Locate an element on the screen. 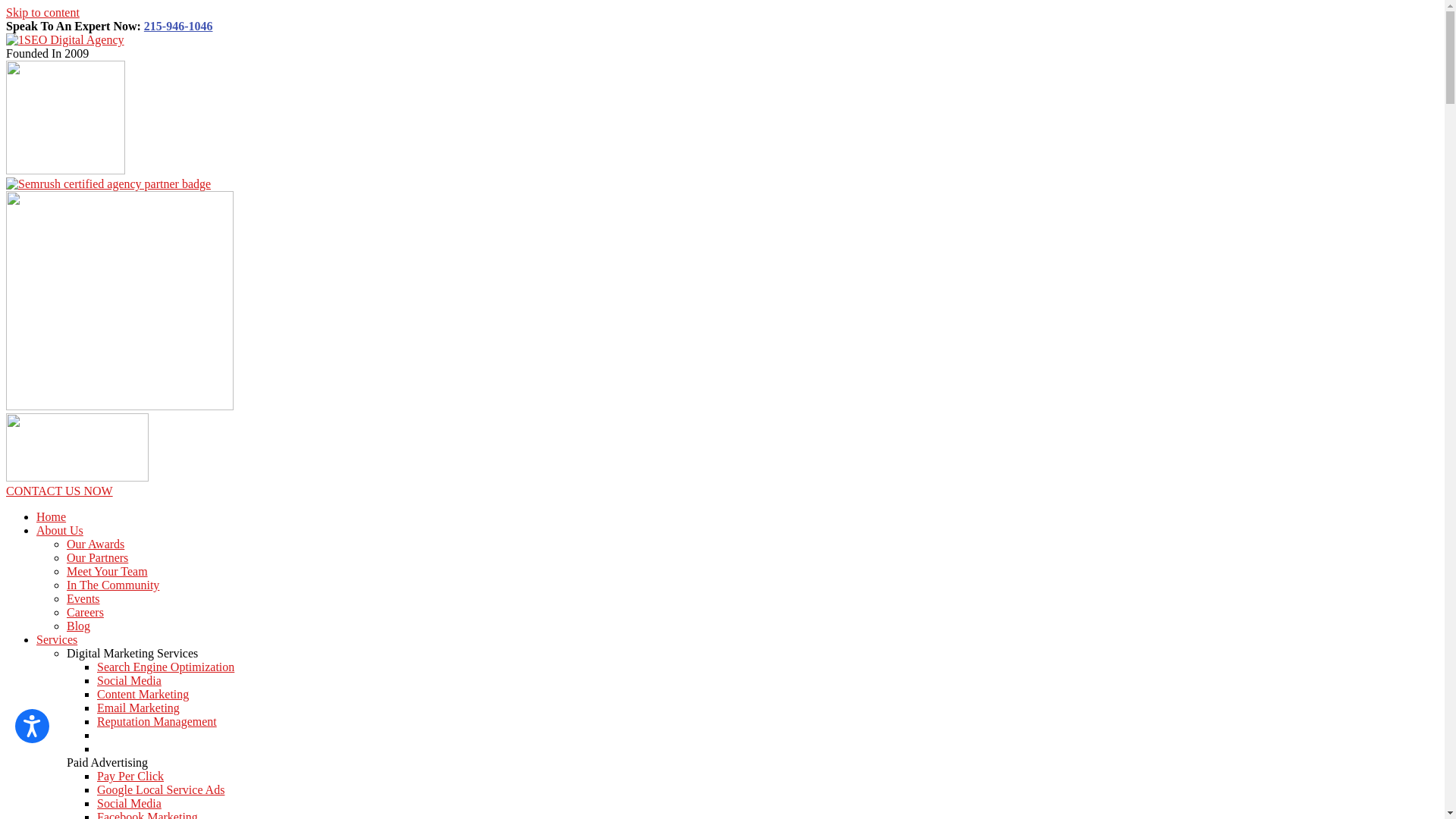  'Email Marketing' is located at coordinates (138, 708).